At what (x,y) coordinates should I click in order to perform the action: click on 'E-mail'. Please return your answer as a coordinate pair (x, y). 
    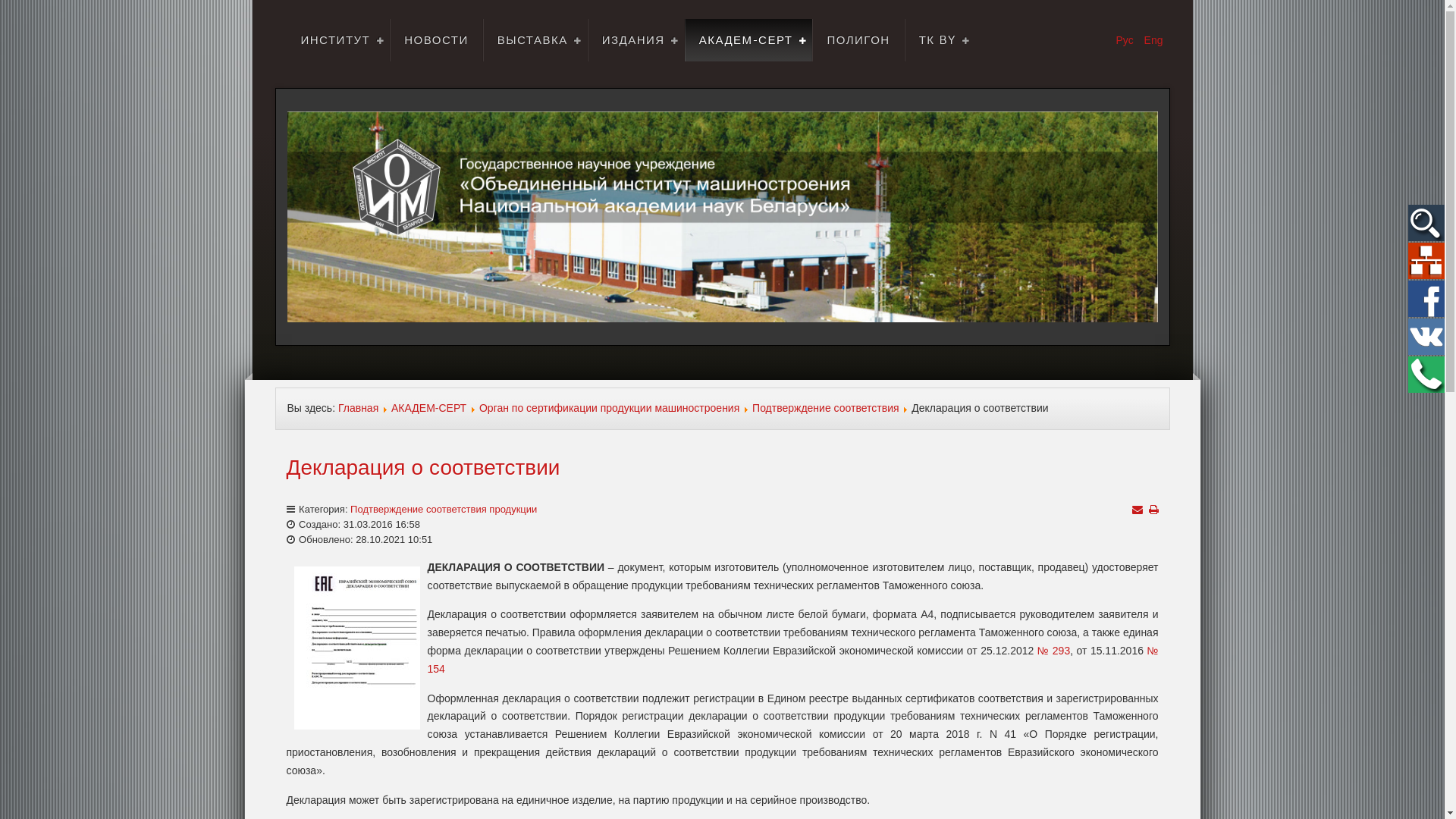
    Looking at the image, I should click on (1136, 509).